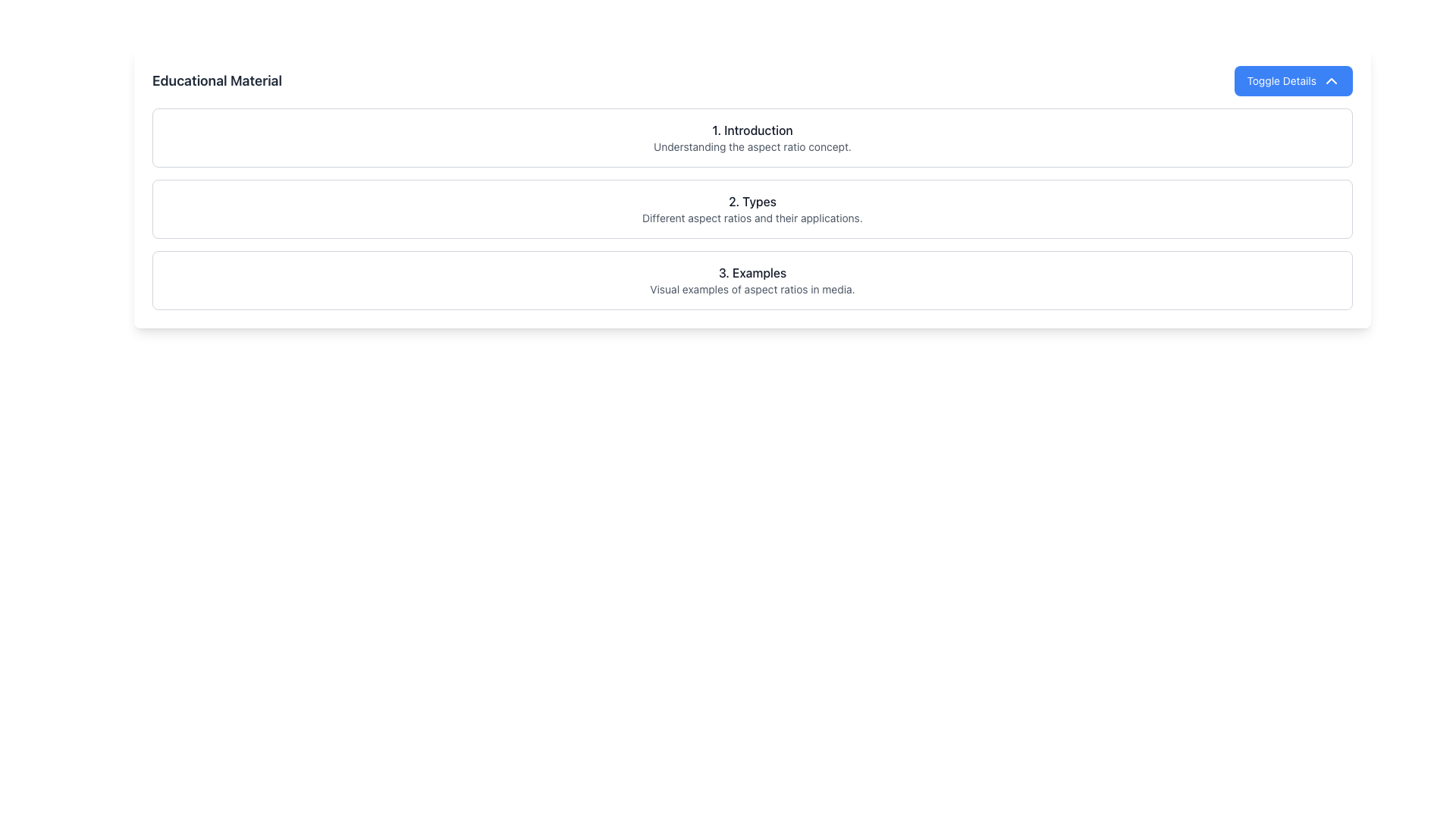  I want to click on the text block titled '2. Types' which includes the subtitle 'Different aspect ratios and their applications.', so click(752, 209).